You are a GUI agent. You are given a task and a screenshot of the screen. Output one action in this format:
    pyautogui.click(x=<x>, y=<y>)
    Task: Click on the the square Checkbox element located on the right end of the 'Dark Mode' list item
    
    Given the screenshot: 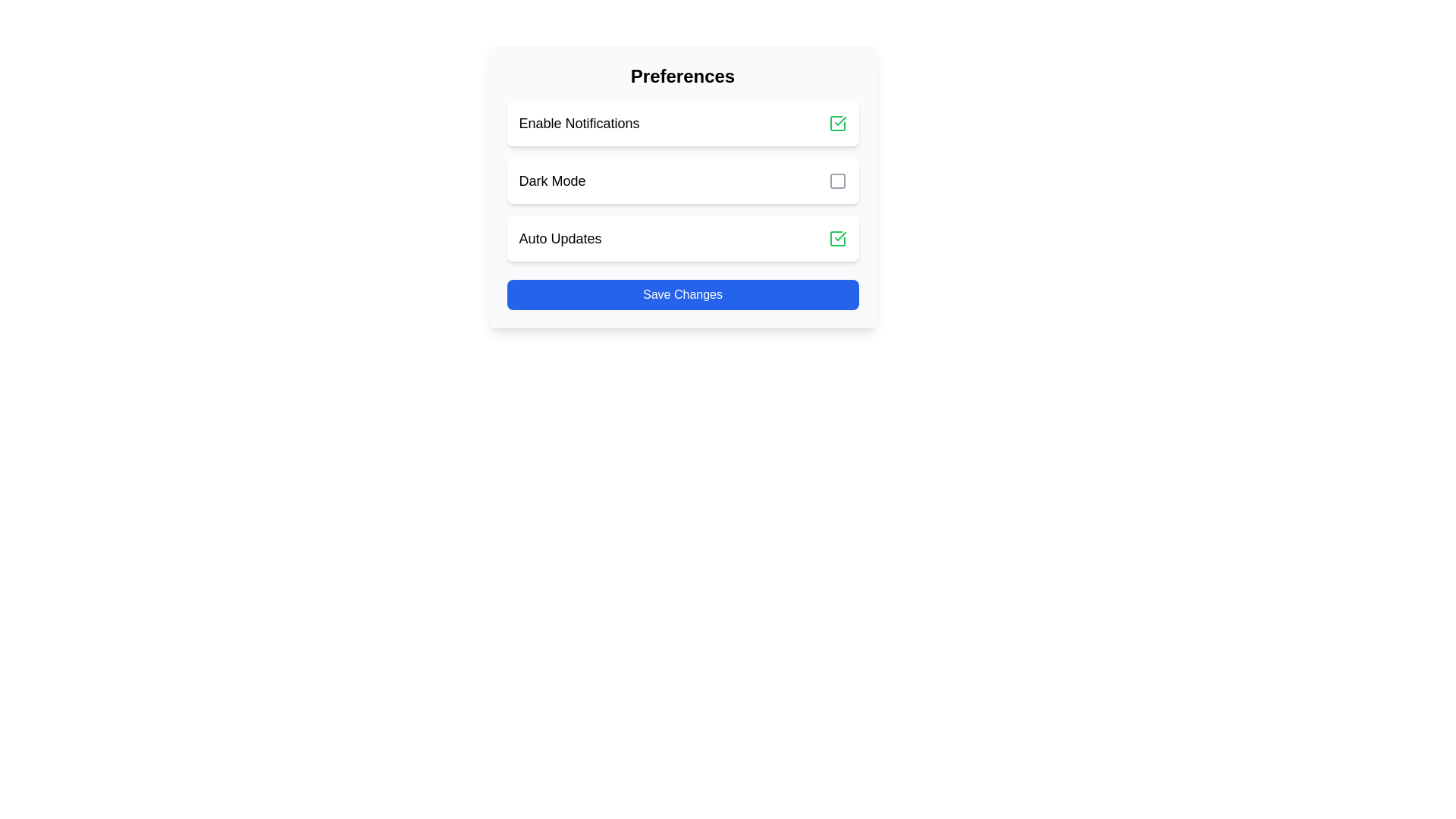 What is the action you would take?
    pyautogui.click(x=836, y=180)
    